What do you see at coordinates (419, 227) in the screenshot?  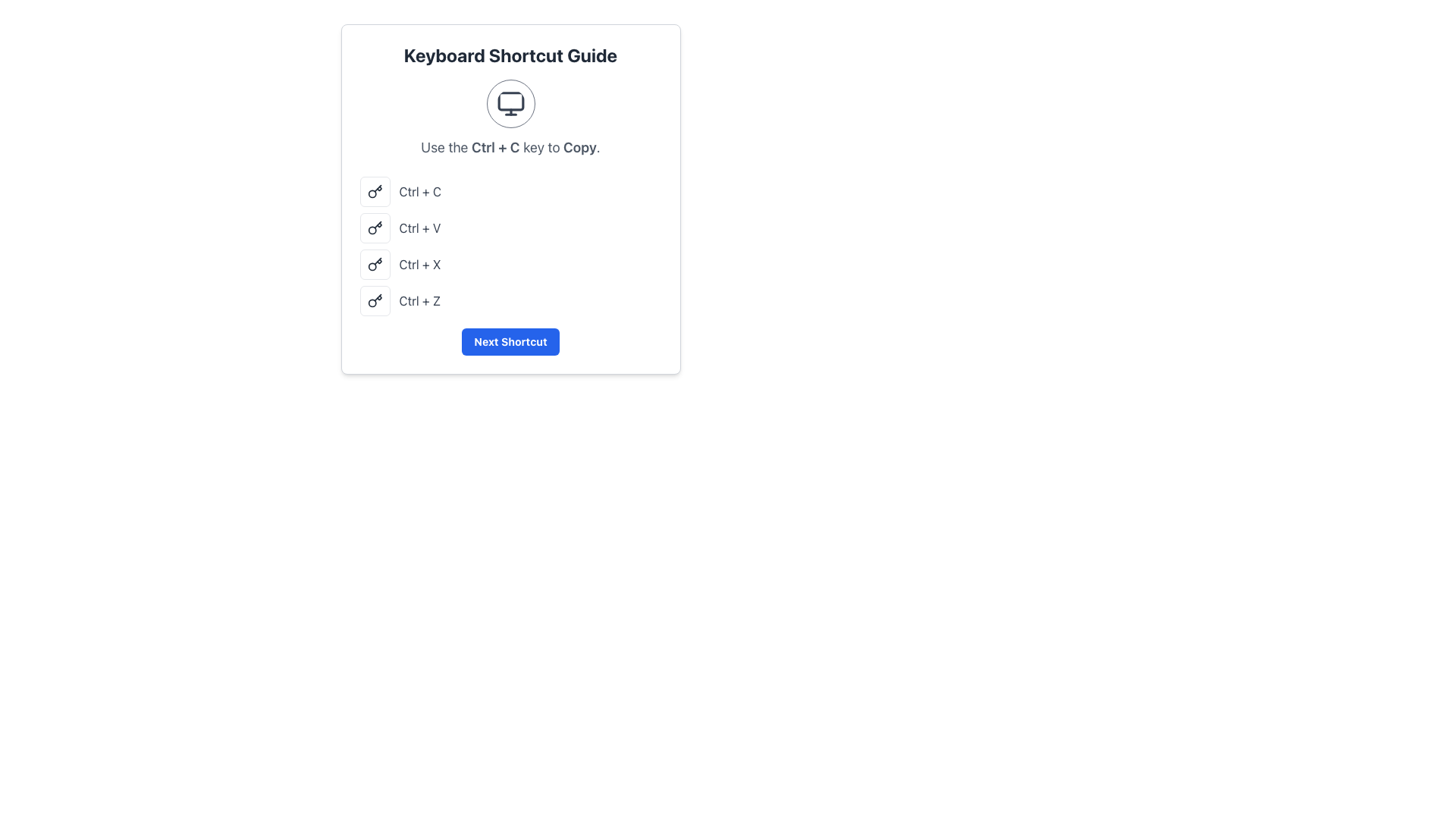 I see `the text label indicating the keyboard shortcut Ctrl + V, which is positioned as the second text entry in a vertical list of keyboard shortcuts, located to the right of a small key icon` at bounding box center [419, 227].